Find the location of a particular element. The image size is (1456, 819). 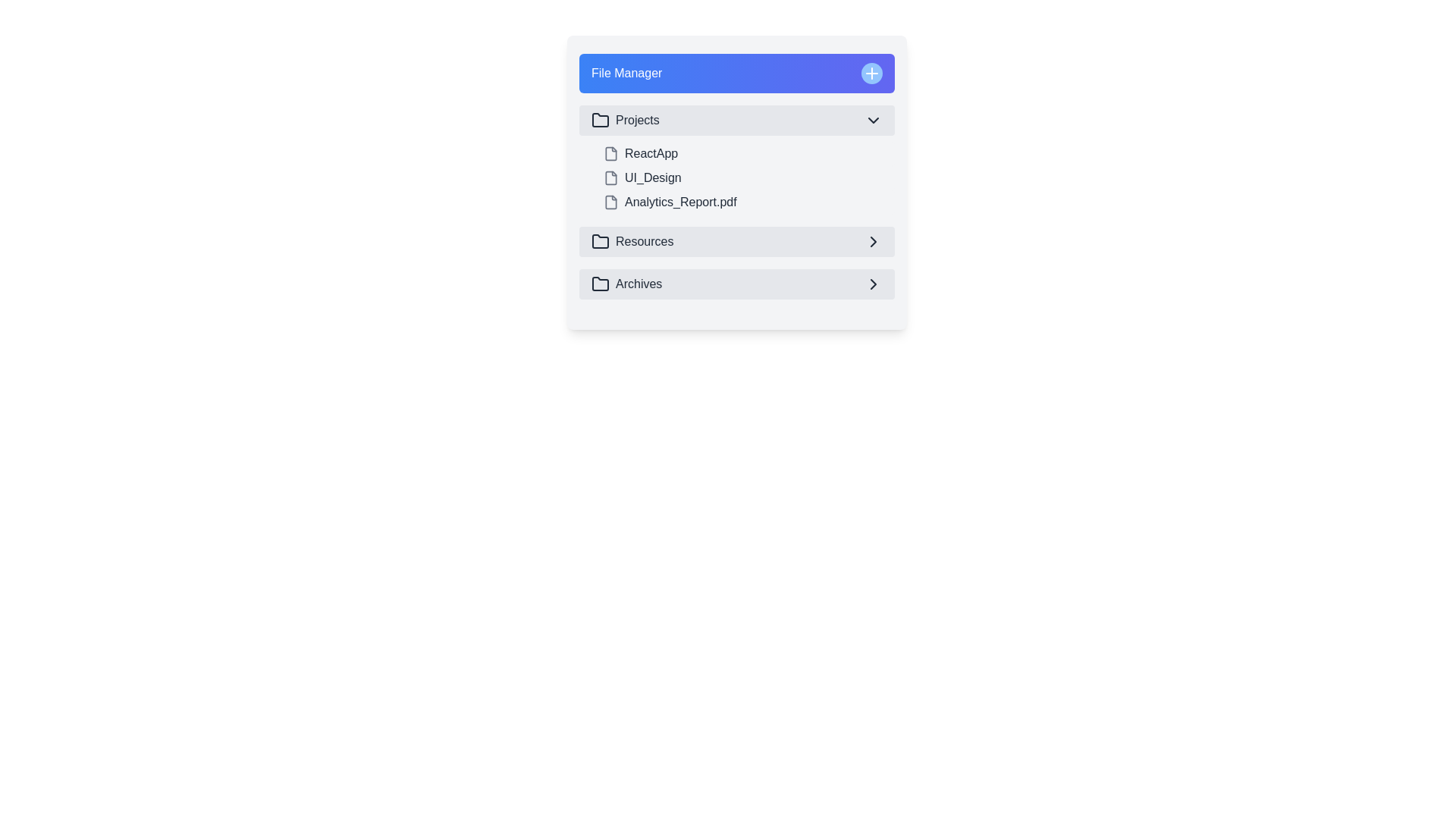

the folder icon representing the 'Resources' label is located at coordinates (600, 241).